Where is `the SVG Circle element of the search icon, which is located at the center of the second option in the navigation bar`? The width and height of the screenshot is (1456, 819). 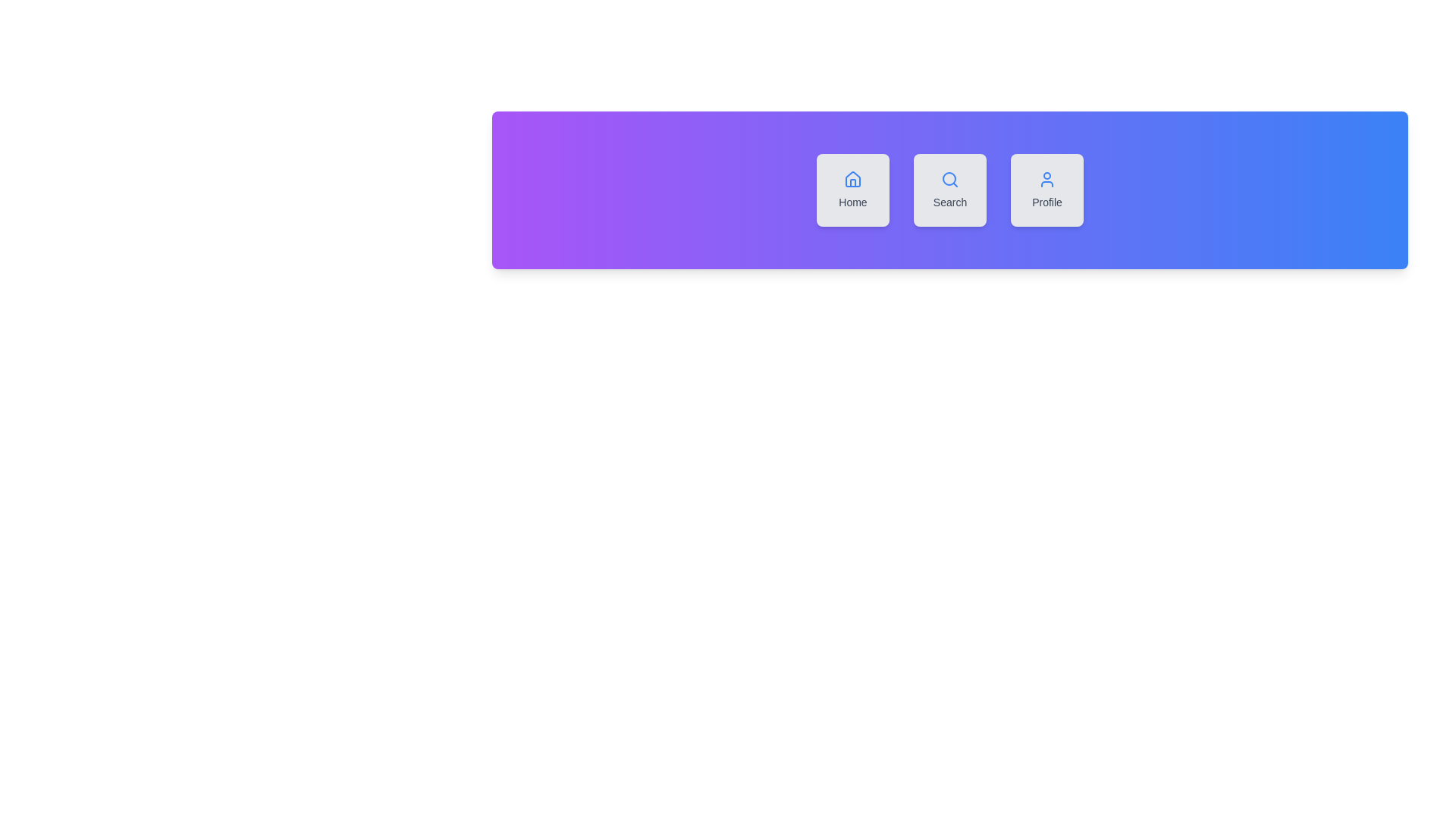 the SVG Circle element of the search icon, which is located at the center of the second option in the navigation bar is located at coordinates (949, 177).